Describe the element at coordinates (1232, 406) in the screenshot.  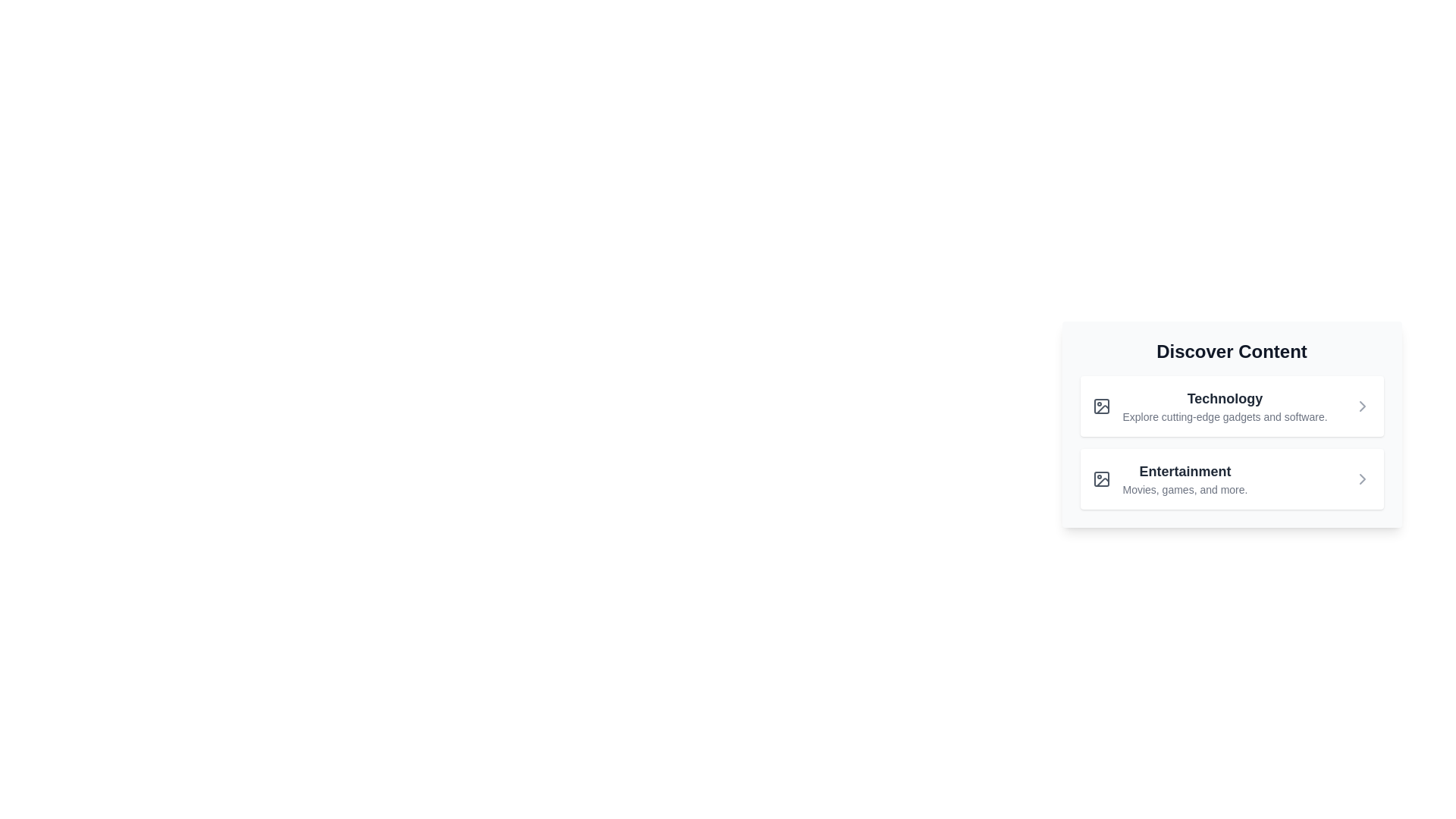
I see `the first card in the list that serves as a navigation point for technology and gadgets` at that location.